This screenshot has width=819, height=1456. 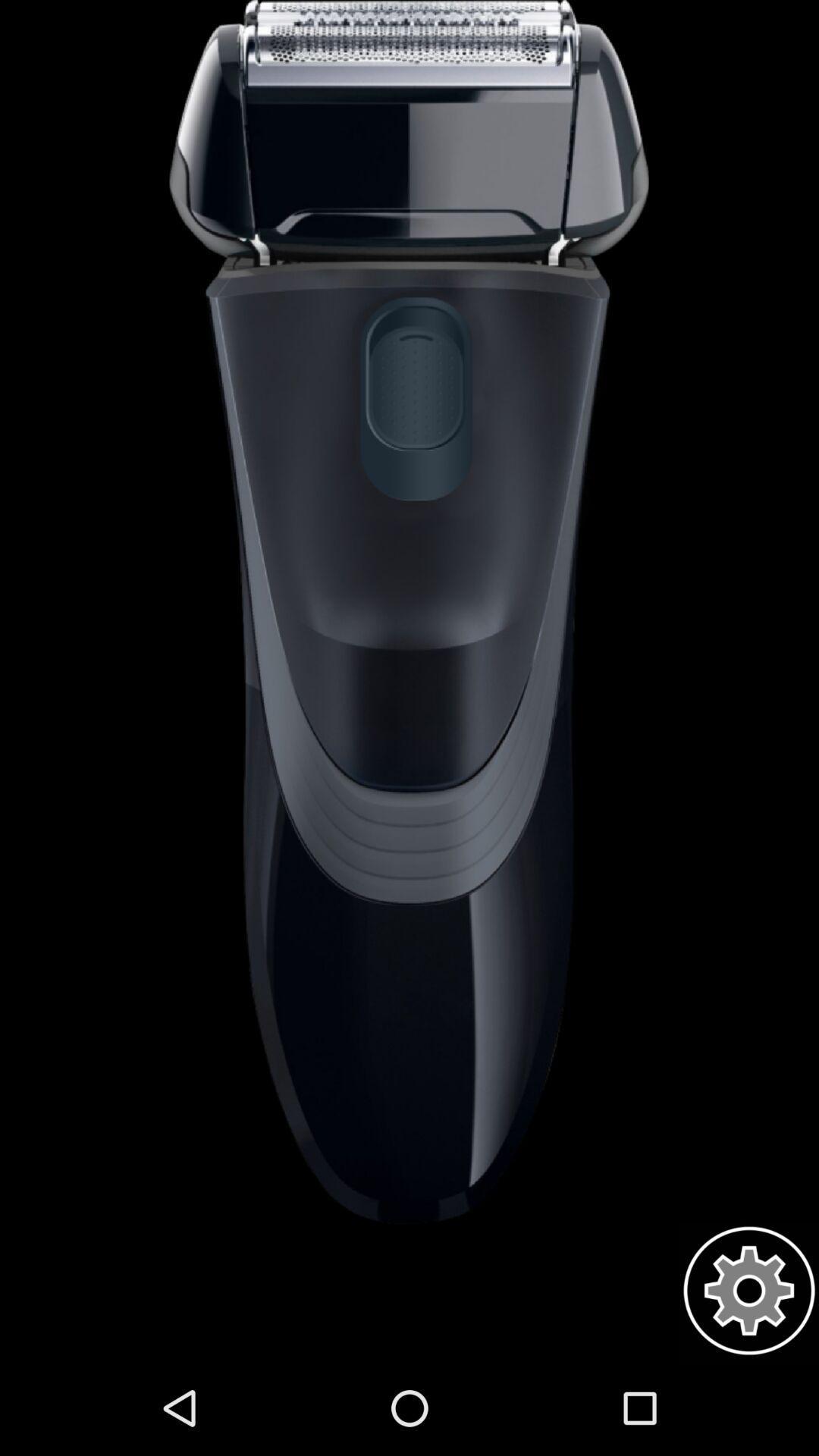 What do you see at coordinates (748, 1290) in the screenshot?
I see `open settings` at bounding box center [748, 1290].